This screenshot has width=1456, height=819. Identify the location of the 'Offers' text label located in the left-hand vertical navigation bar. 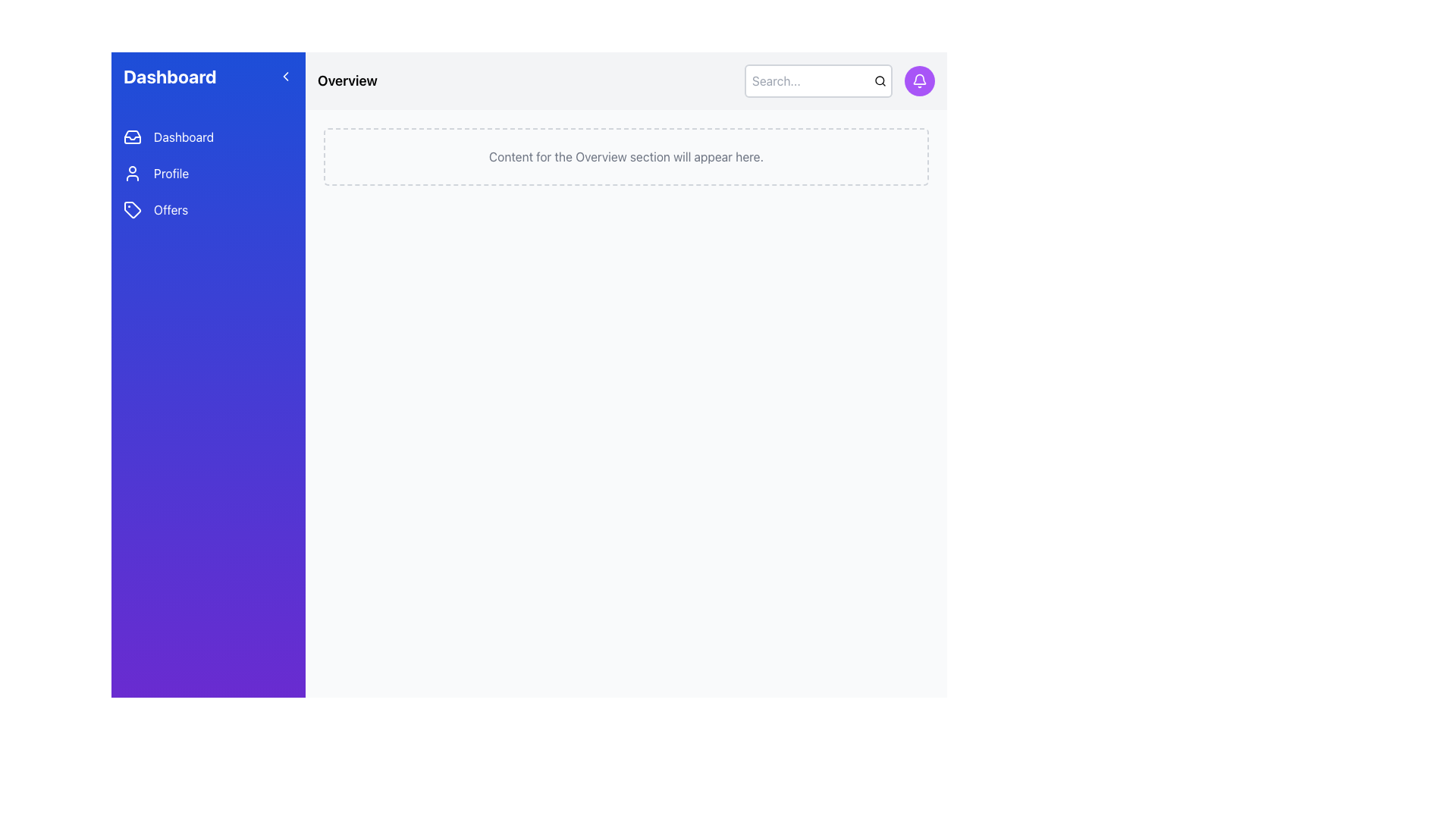
(171, 210).